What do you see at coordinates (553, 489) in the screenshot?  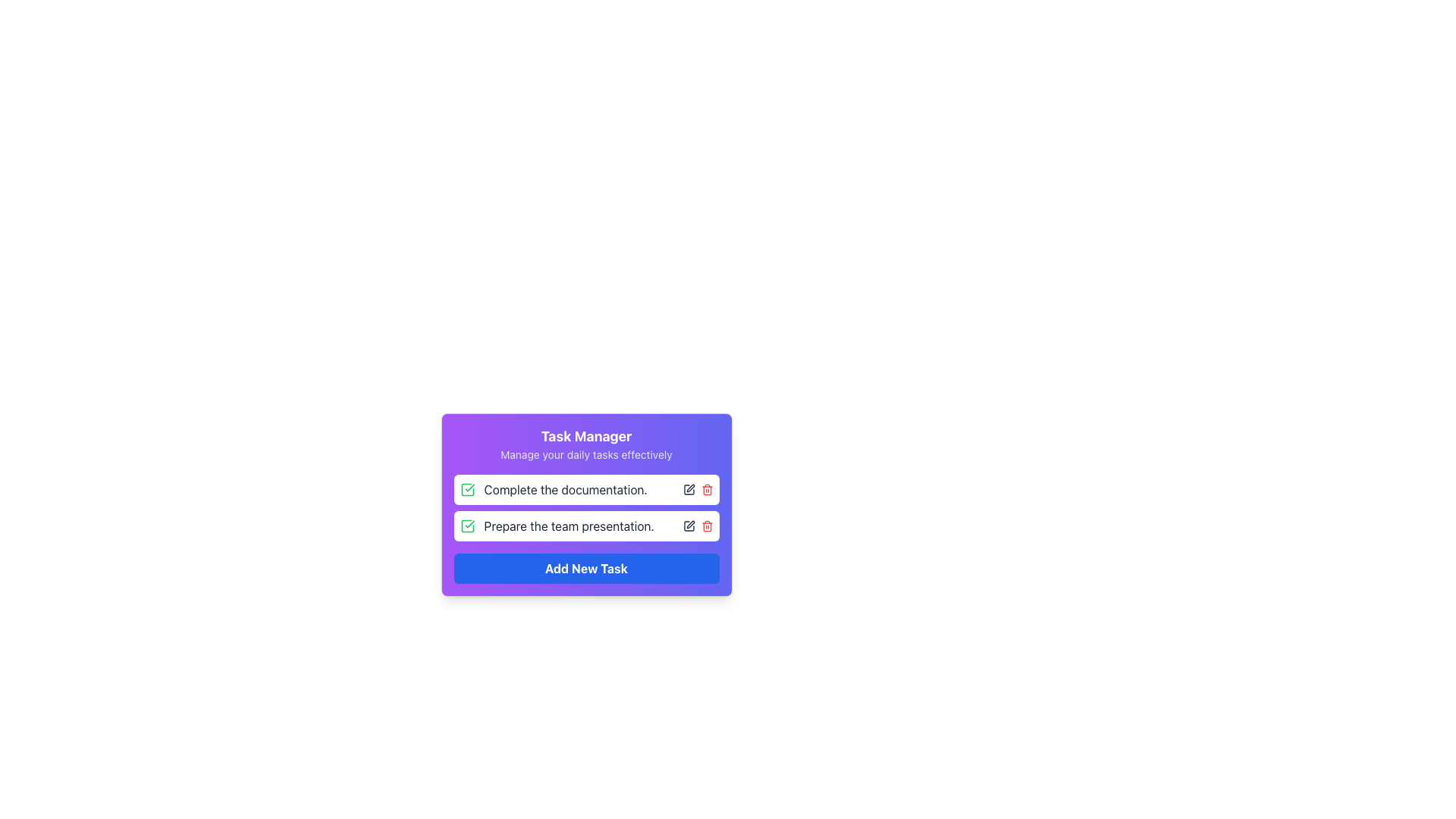 I see `the task item component displaying a green 'check' icon and the text 'Complete the documentation.' in the 'Task Manager' list` at bounding box center [553, 489].